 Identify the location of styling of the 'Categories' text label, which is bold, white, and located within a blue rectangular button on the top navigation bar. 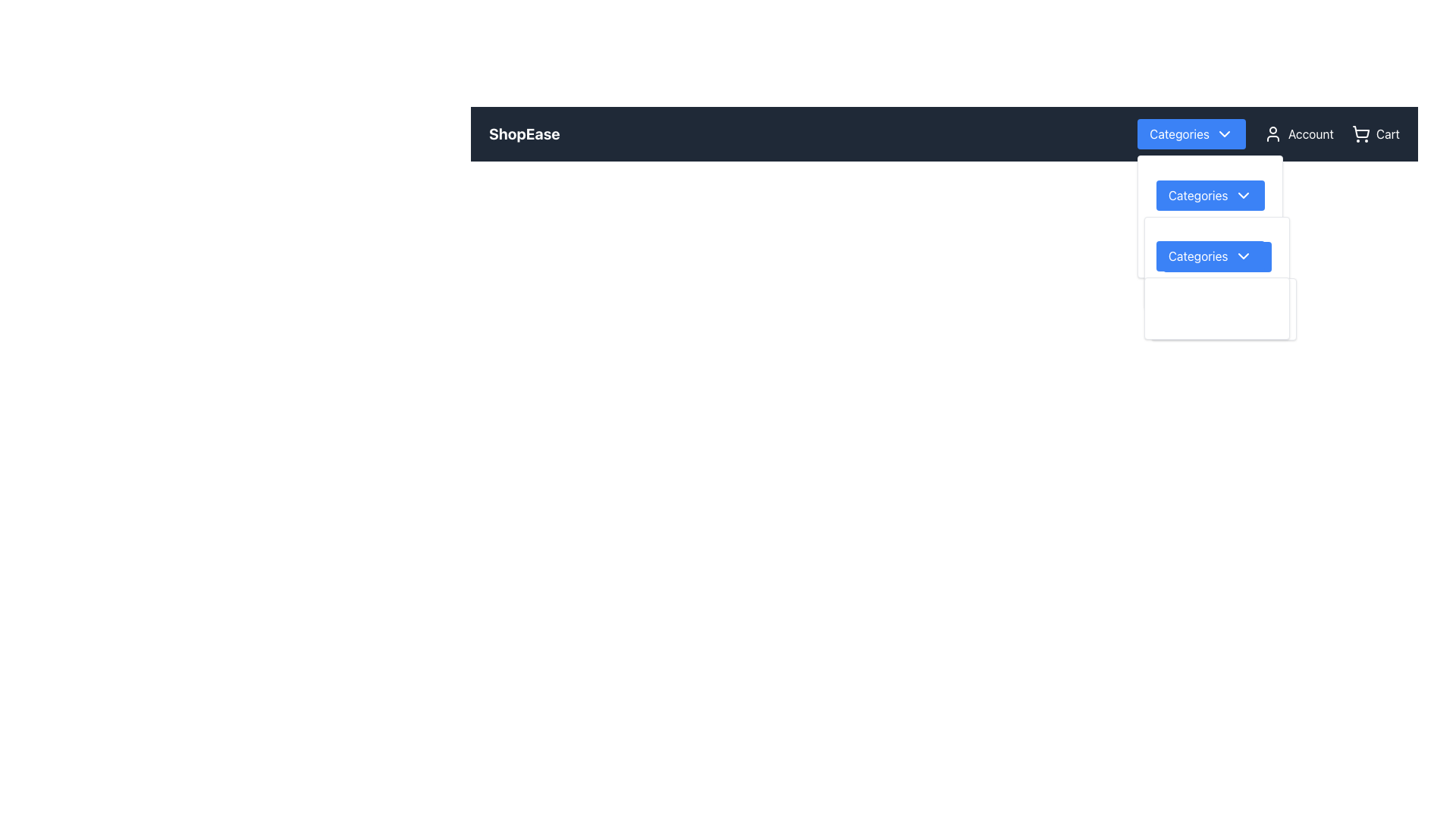
(1178, 133).